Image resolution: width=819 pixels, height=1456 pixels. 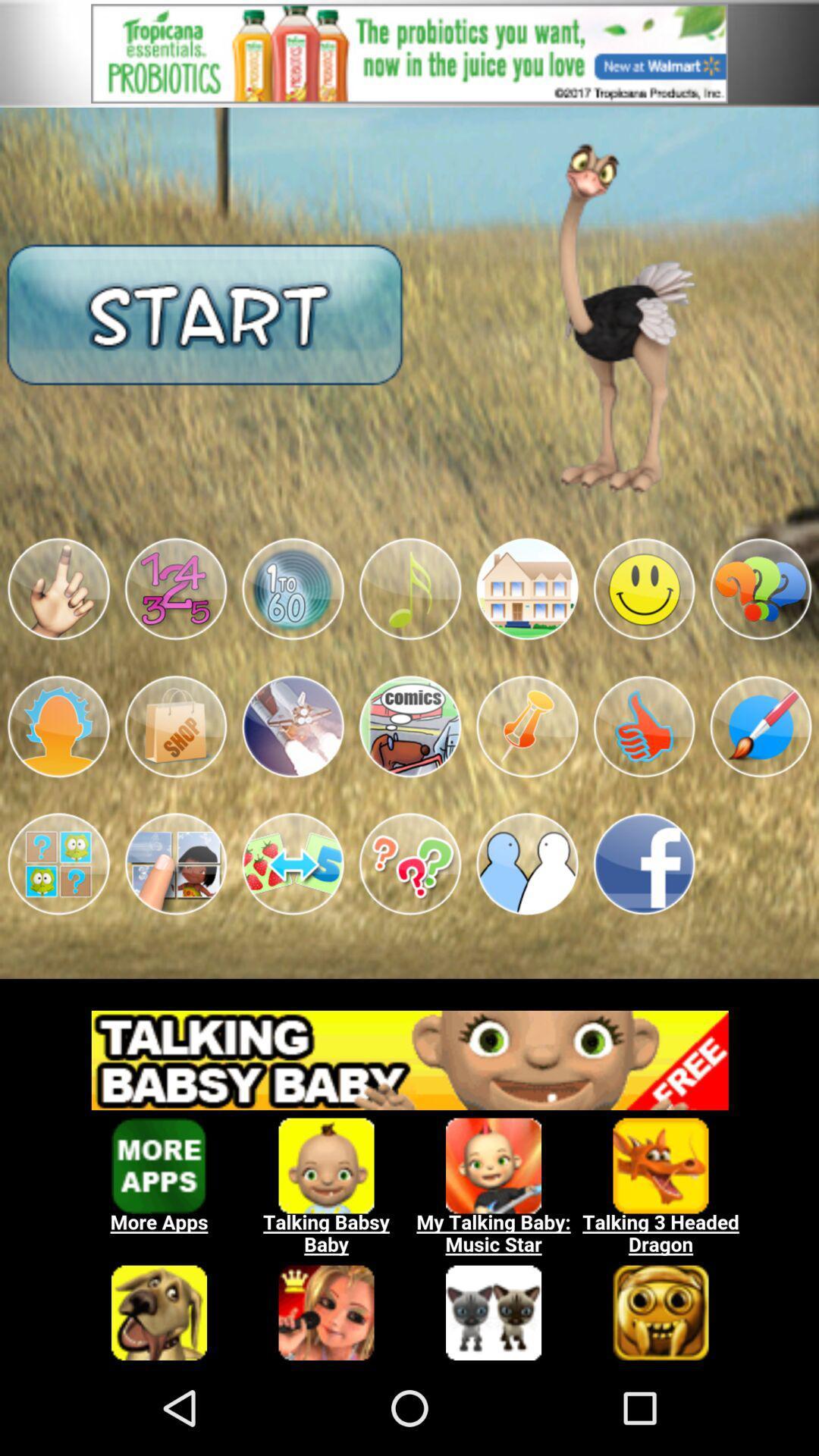 What do you see at coordinates (761, 777) in the screenshot?
I see `the edit icon` at bounding box center [761, 777].